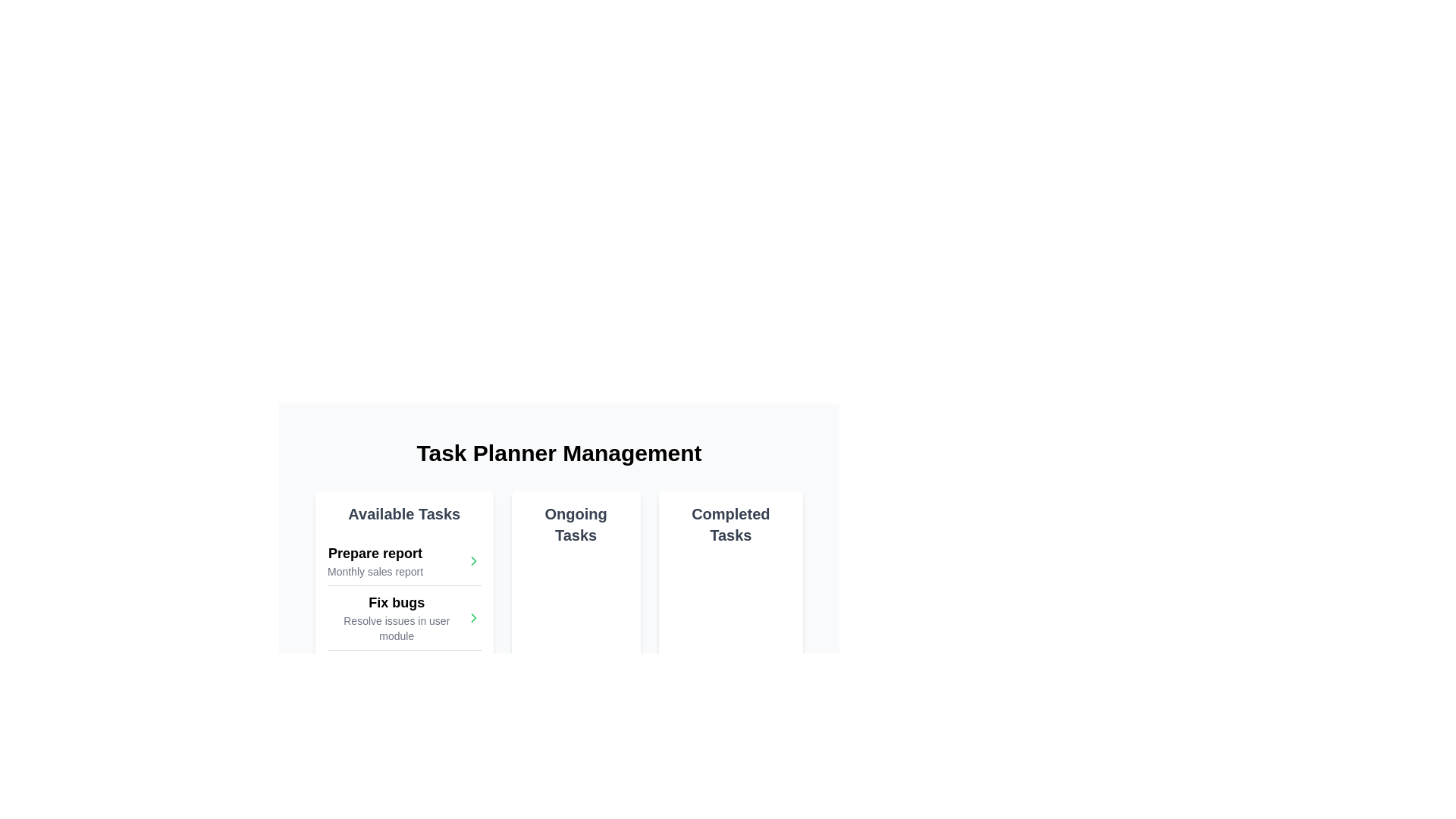 The image size is (1456, 819). I want to click on the 'Prepare report' textual element in the 'Available Tasks' section, which features a bold headline and a smaller subtext, positioned above the 'Fix bugs' task, so click(375, 561).